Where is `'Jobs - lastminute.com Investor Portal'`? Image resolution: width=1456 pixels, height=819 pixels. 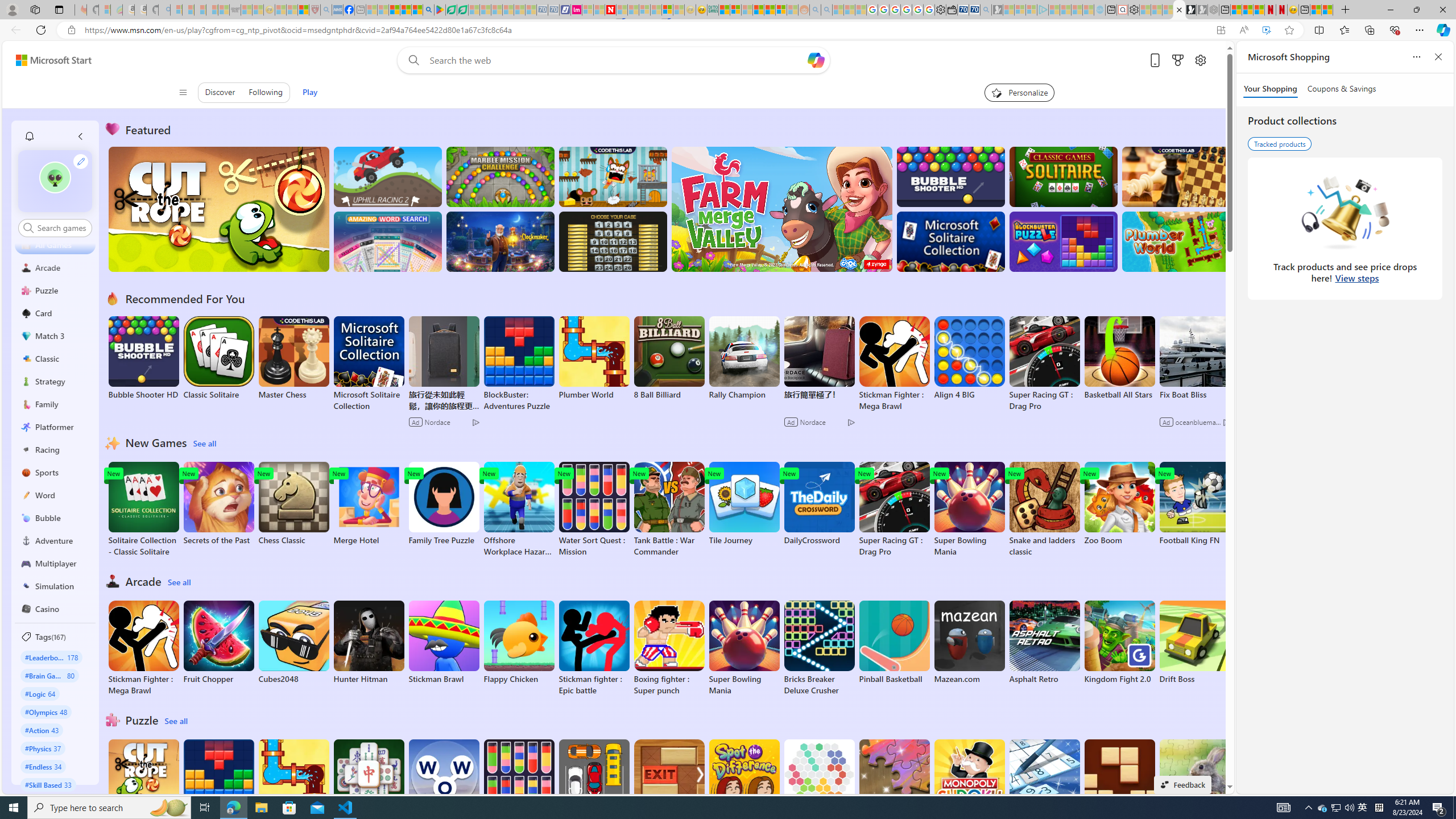 'Jobs - lastminute.com Investor Portal' is located at coordinates (576, 9).